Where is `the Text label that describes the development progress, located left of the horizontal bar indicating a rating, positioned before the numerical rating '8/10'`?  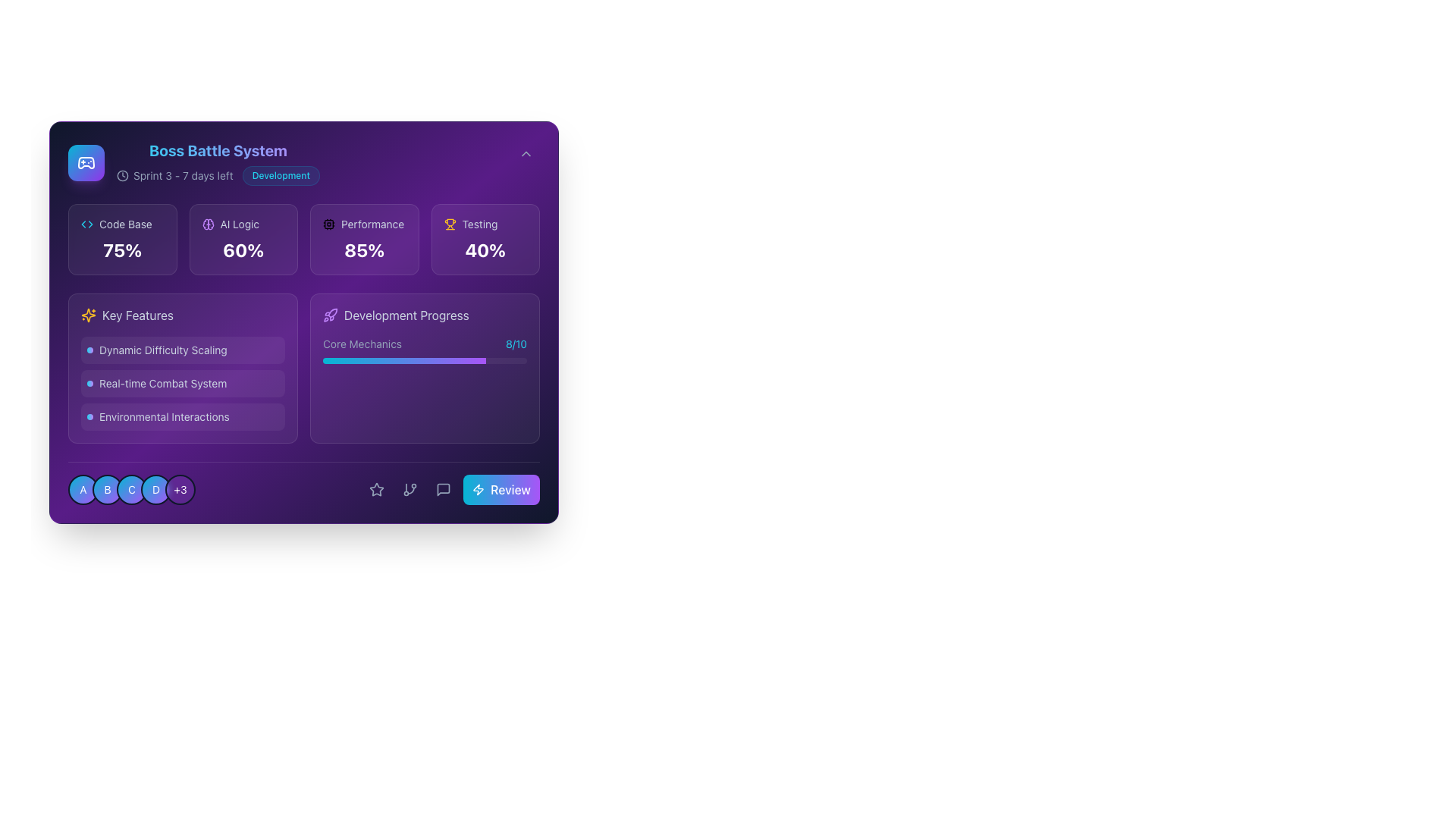 the Text label that describes the development progress, located left of the horizontal bar indicating a rating, positioned before the numerical rating '8/10' is located at coordinates (362, 344).